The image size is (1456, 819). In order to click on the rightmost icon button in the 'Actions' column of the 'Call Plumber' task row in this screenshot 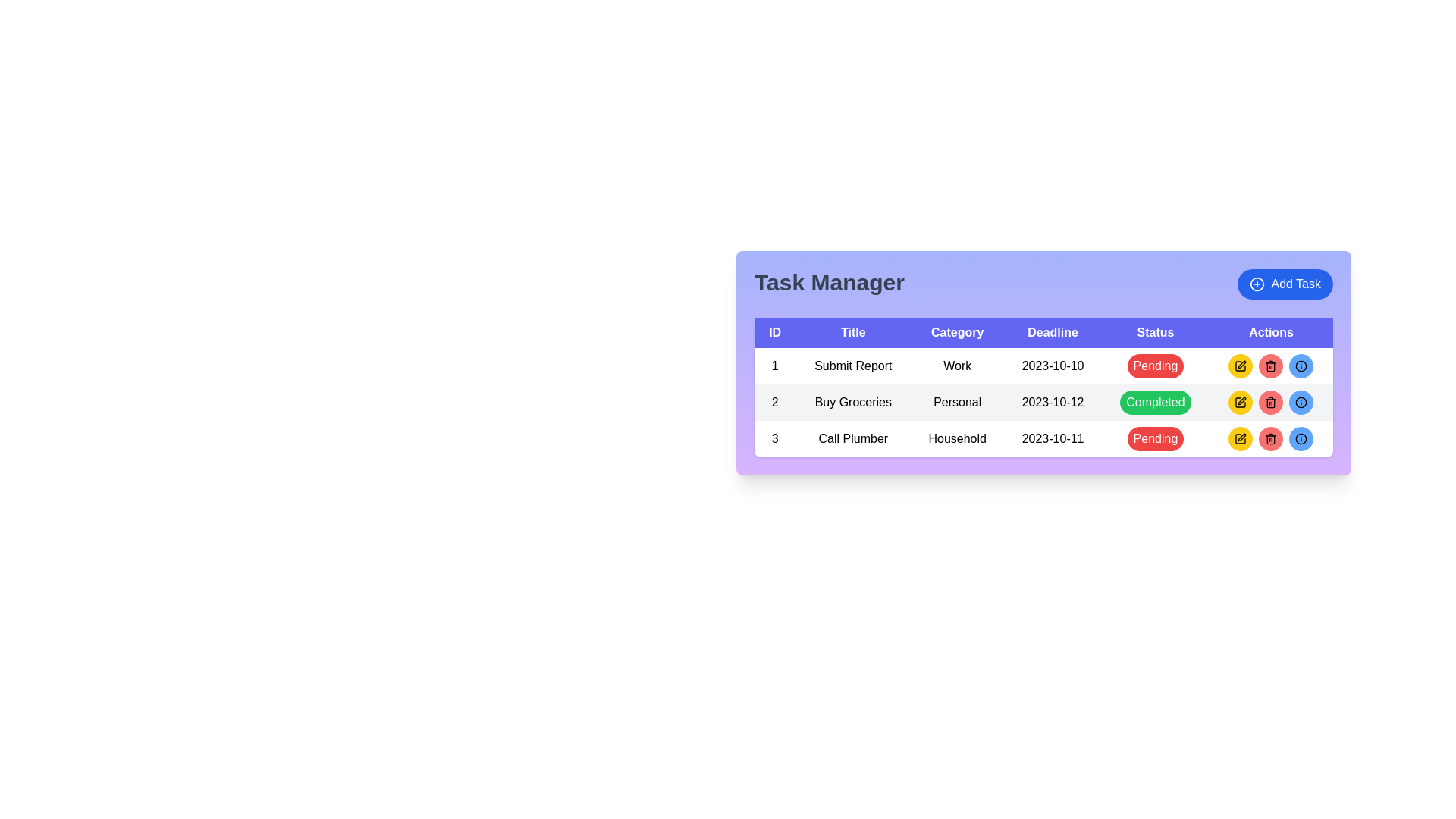, I will do `click(1301, 402)`.